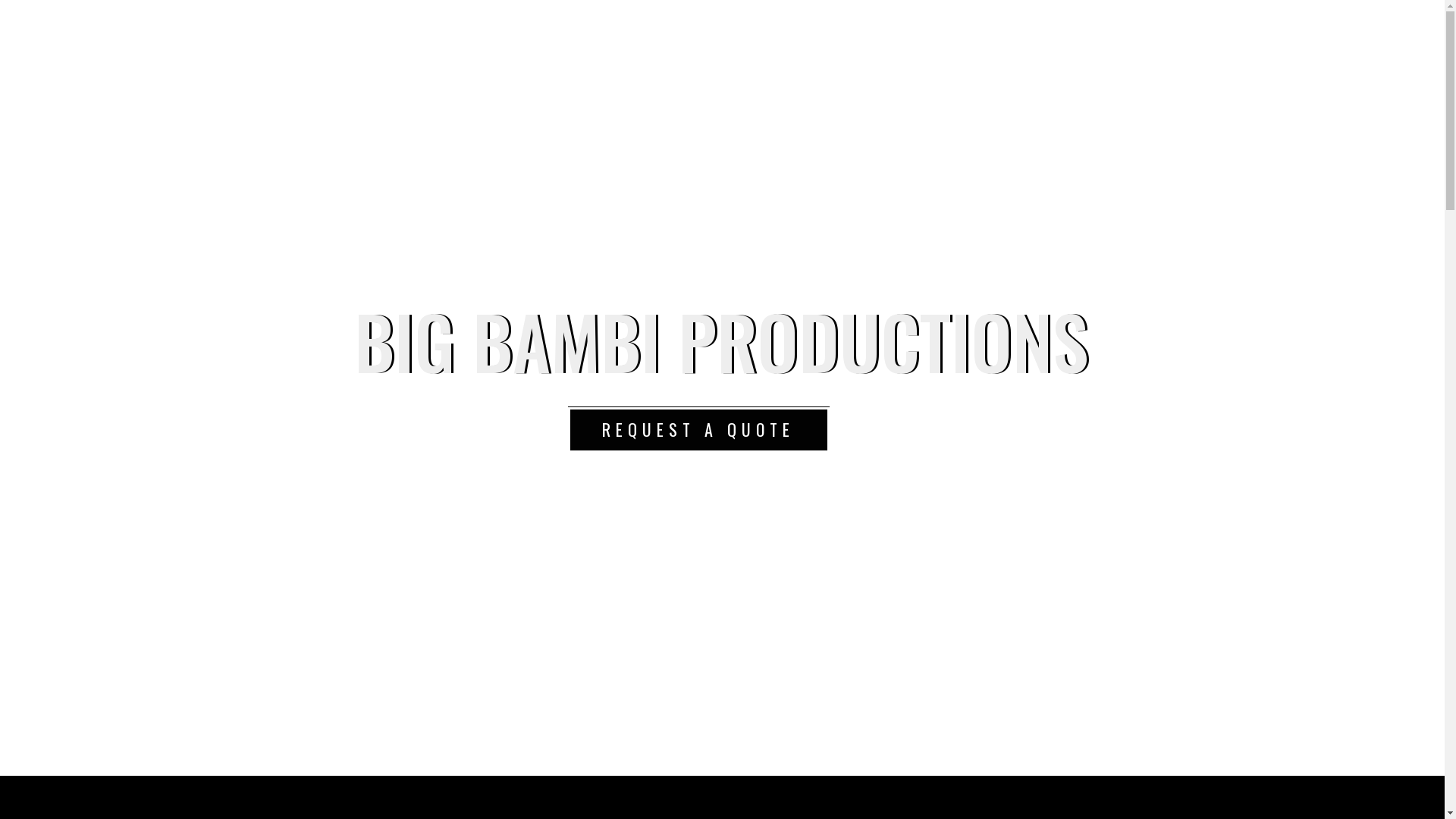 The width and height of the screenshot is (1456, 819). Describe the element at coordinates (697, 429) in the screenshot. I see `'REQUEST A QUOTE'` at that location.